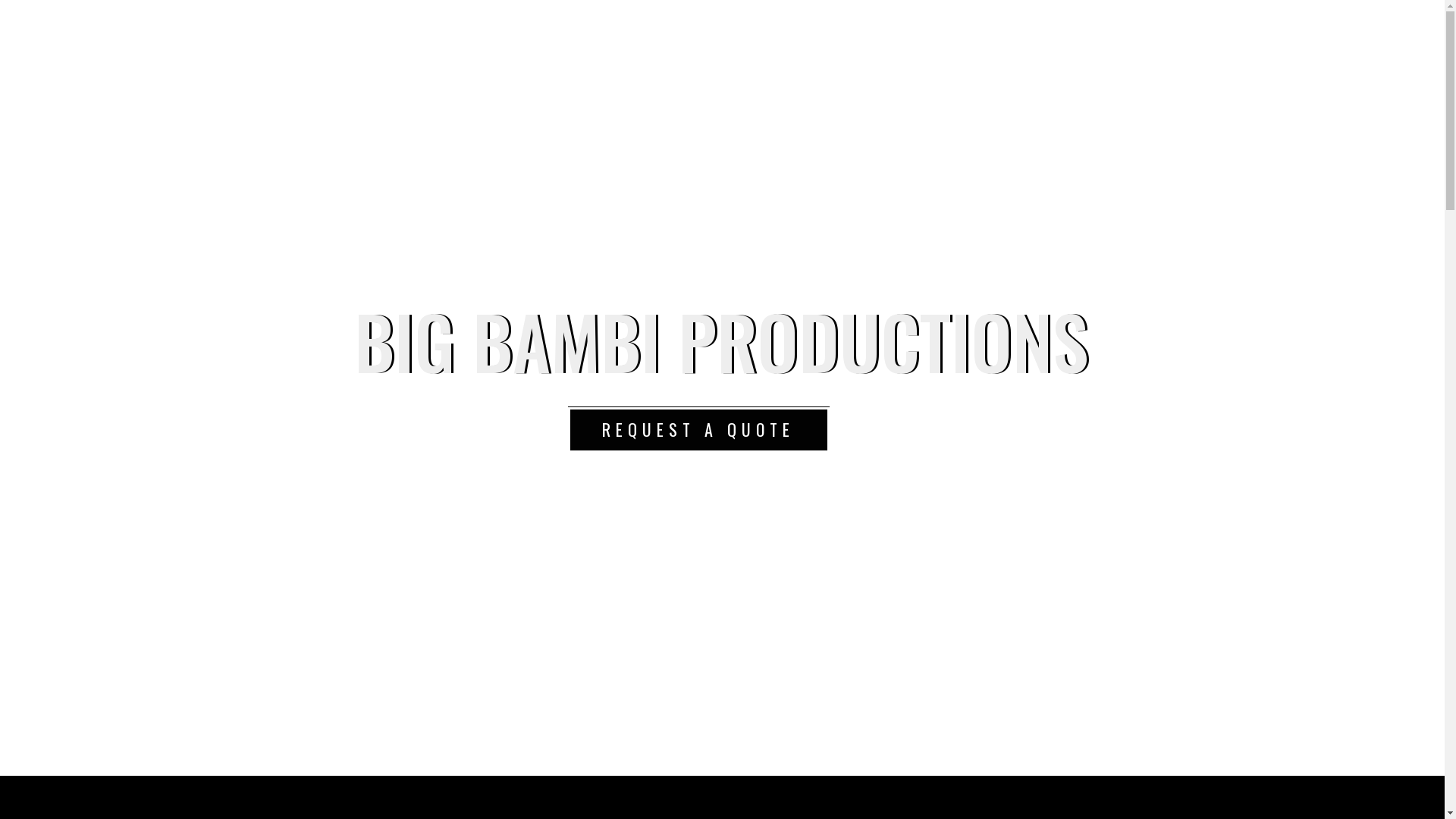 The width and height of the screenshot is (1456, 819). Describe the element at coordinates (697, 429) in the screenshot. I see `'REQUEST A QUOTE'` at that location.